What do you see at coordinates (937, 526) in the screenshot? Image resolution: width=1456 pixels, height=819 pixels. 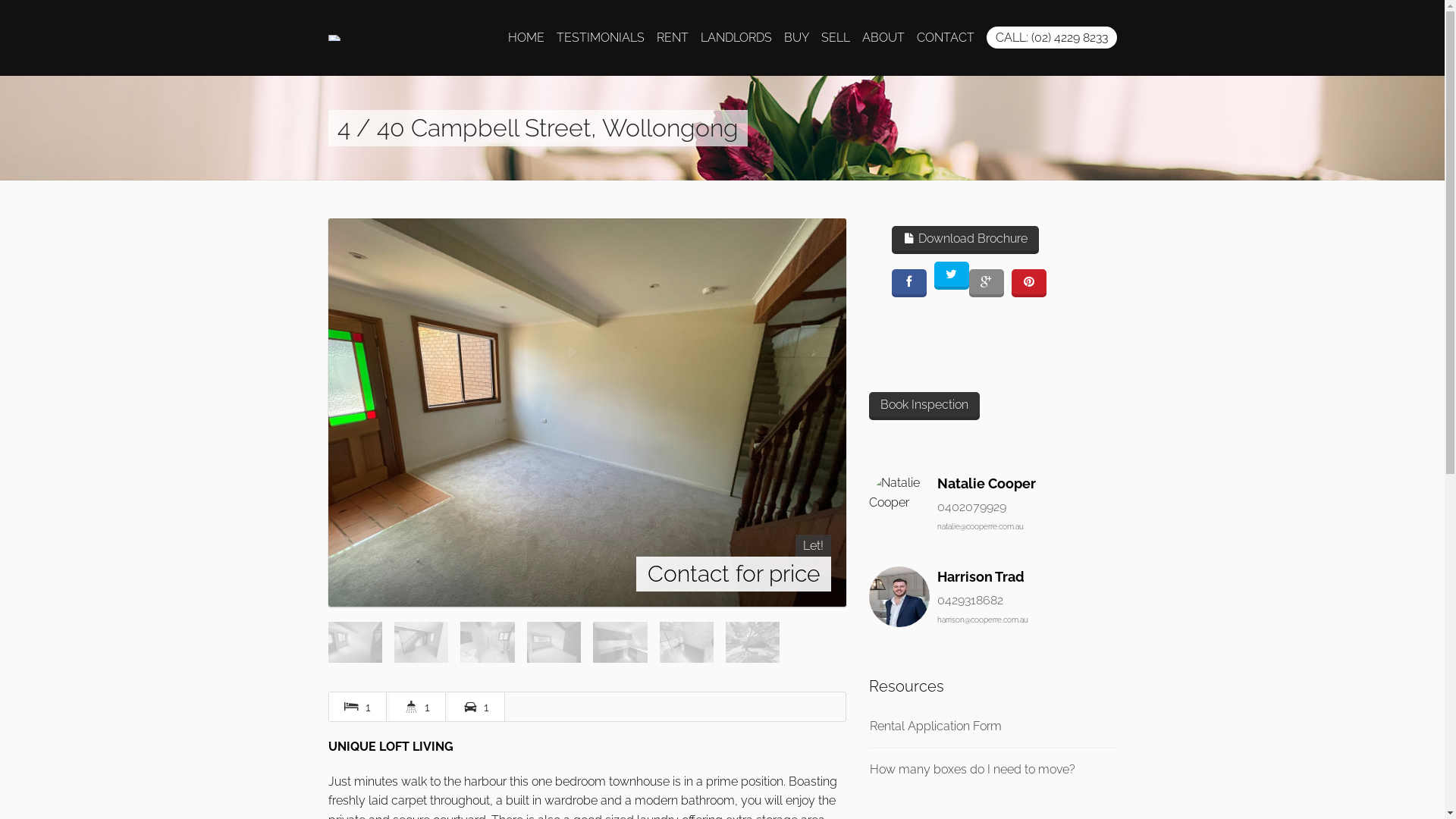 I see `'natalie@cooperre.com.au'` at bounding box center [937, 526].